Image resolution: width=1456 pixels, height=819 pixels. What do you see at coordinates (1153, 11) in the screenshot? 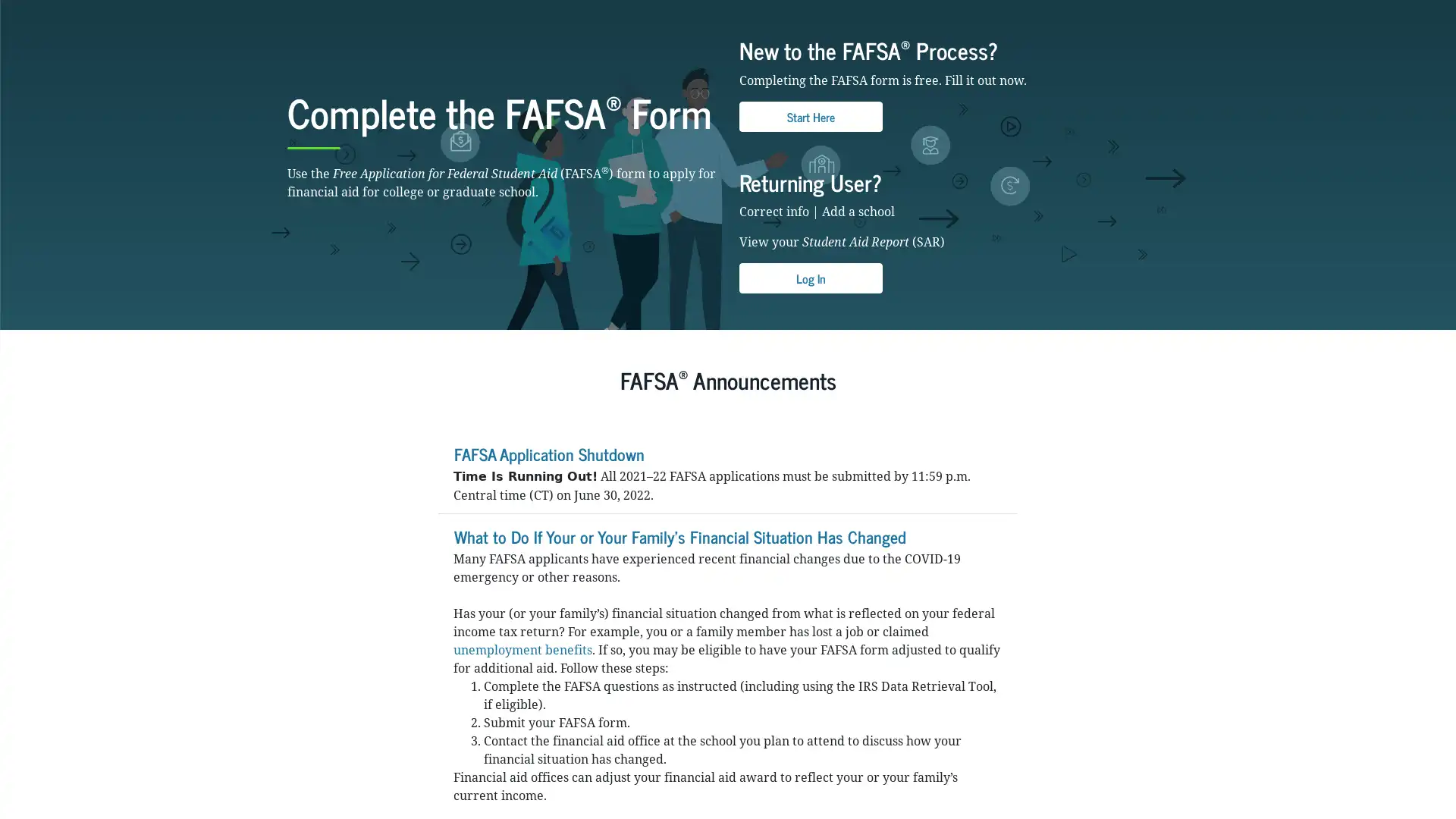
I see `Espanol` at bounding box center [1153, 11].